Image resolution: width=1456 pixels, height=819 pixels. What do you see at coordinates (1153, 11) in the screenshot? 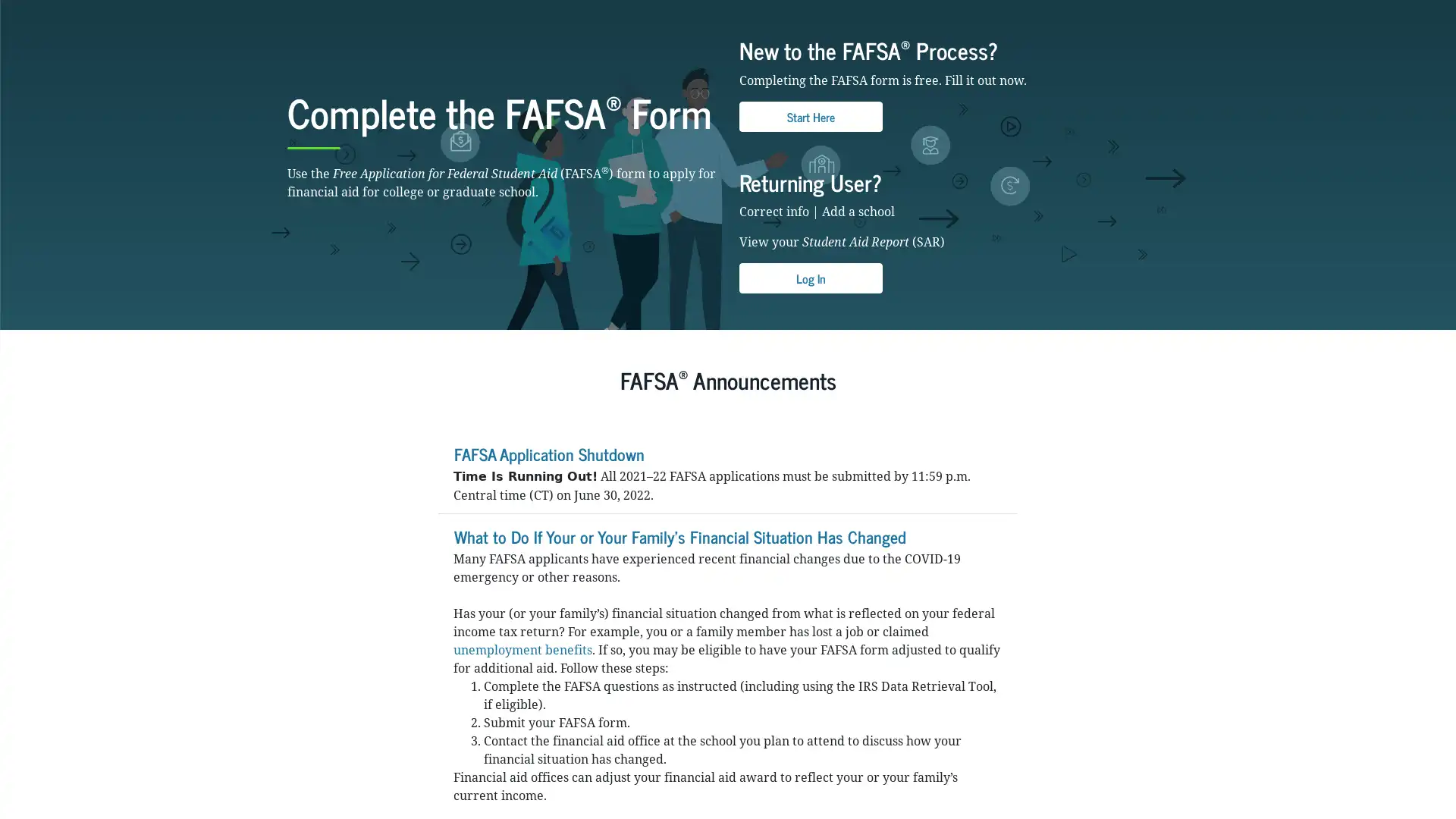
I see `Espanol` at bounding box center [1153, 11].